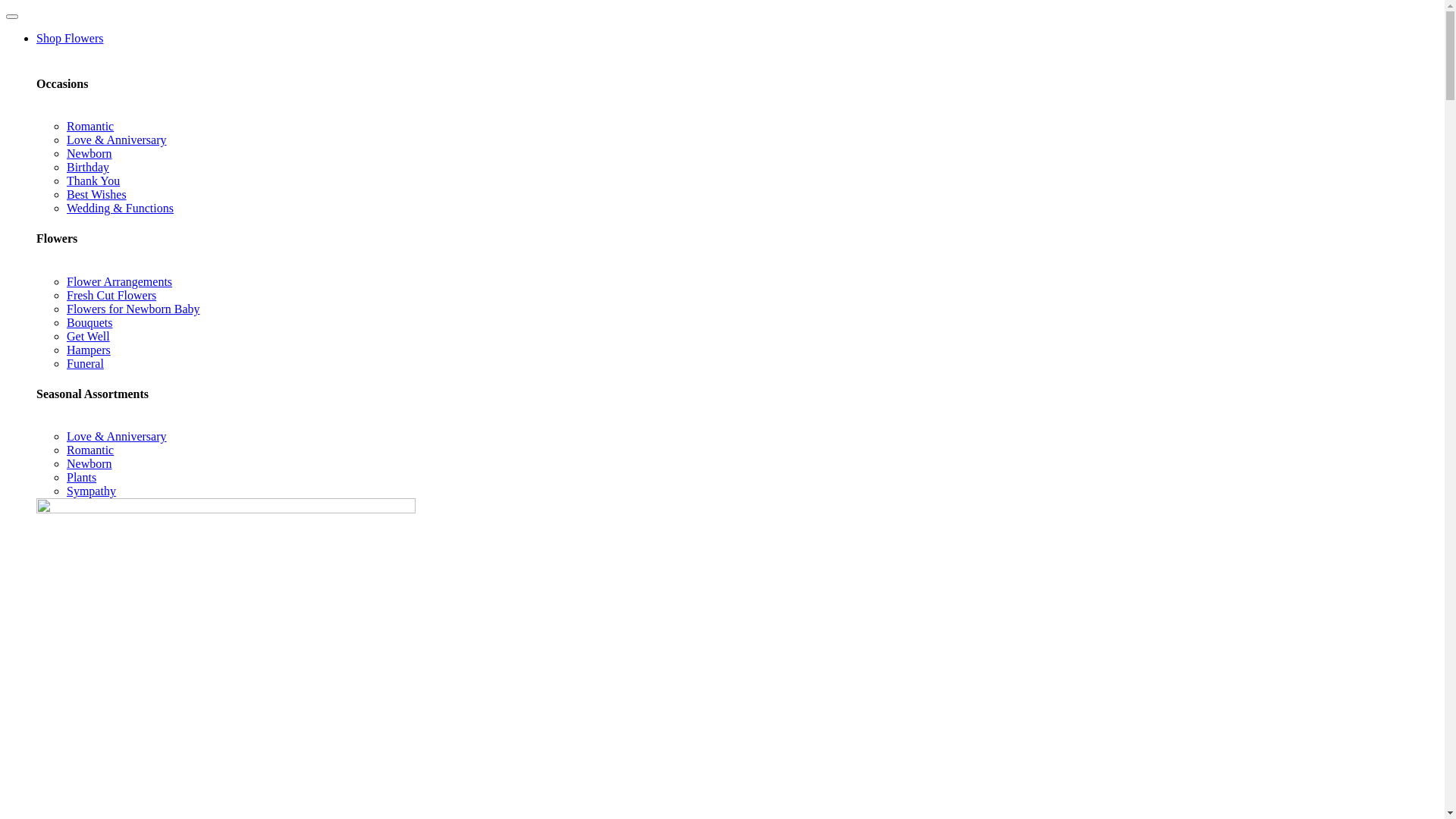 This screenshot has height=819, width=1456. I want to click on 'Shop Flowers', so click(68, 37).